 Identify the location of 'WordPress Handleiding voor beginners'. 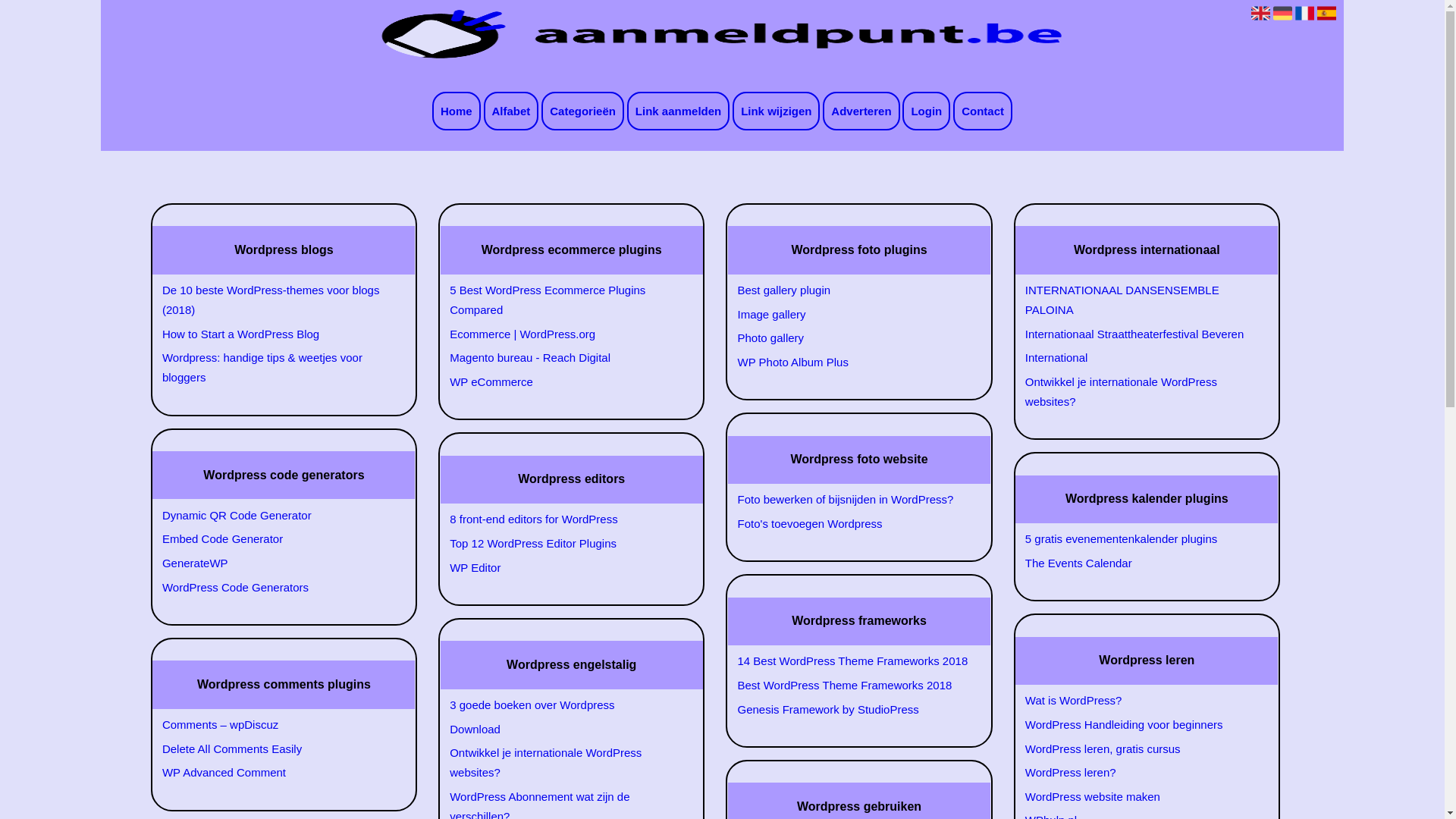
(1138, 724).